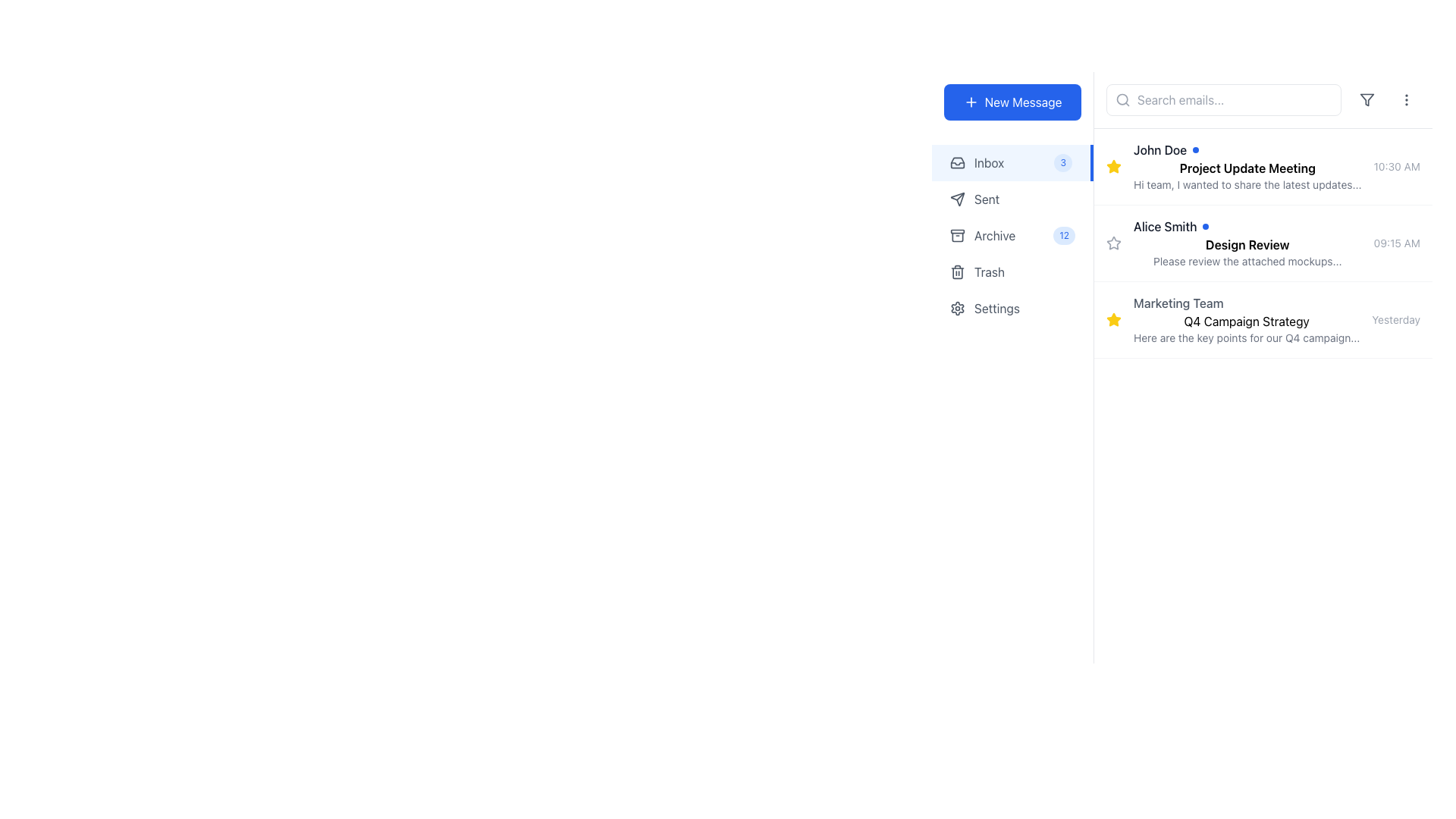 The image size is (1456, 819). I want to click on the first list item in the email client that displays 'John Doe' as the sender, with a blue dot, the subject 'Project Update Meeting', and the snippet 'Hi team, I wanted to share the latest updates...', so click(1263, 166).